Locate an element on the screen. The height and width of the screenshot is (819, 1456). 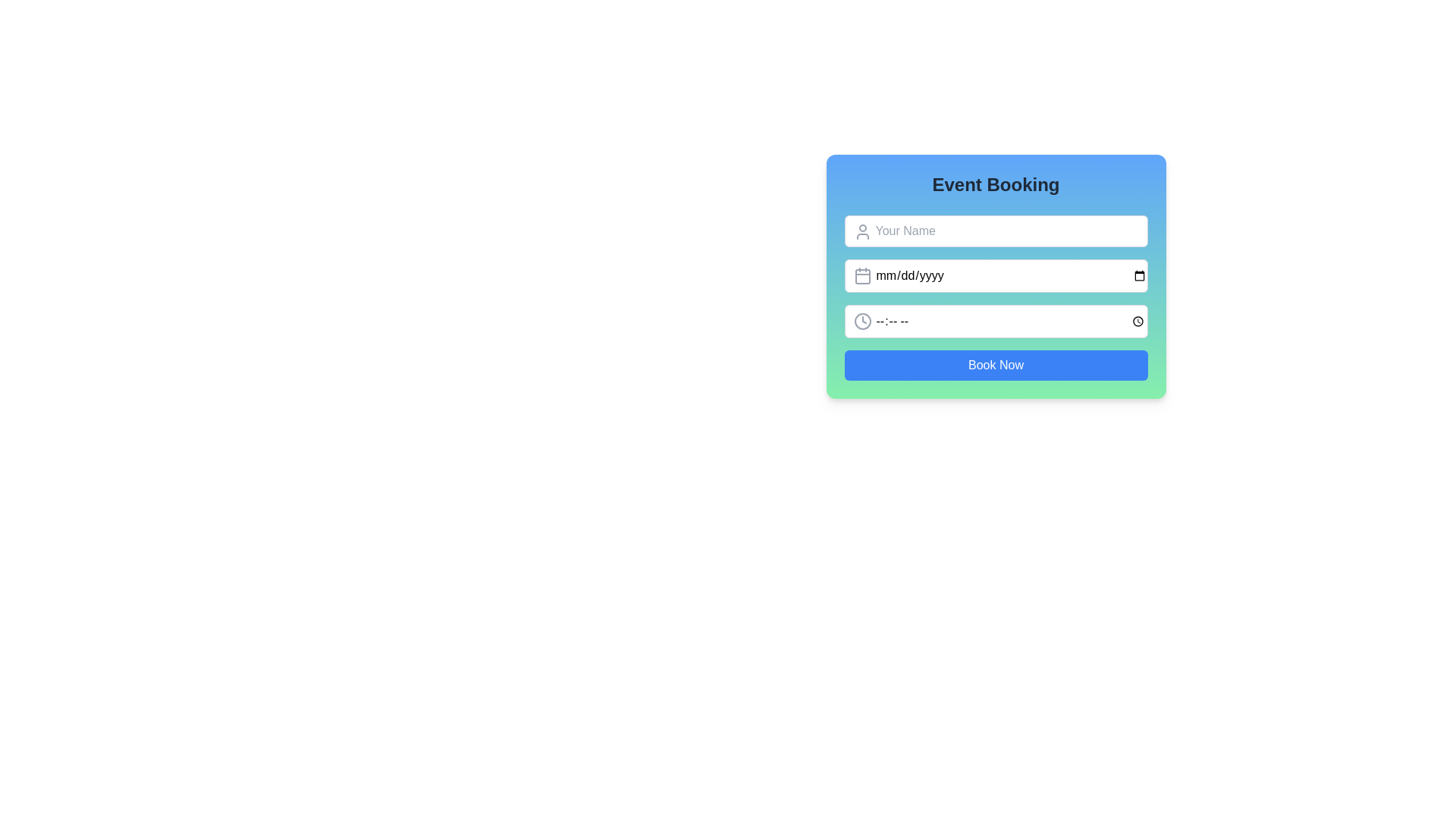
the icon that indicates the purpose of the text input field for entering a user's name is located at coordinates (862, 231).